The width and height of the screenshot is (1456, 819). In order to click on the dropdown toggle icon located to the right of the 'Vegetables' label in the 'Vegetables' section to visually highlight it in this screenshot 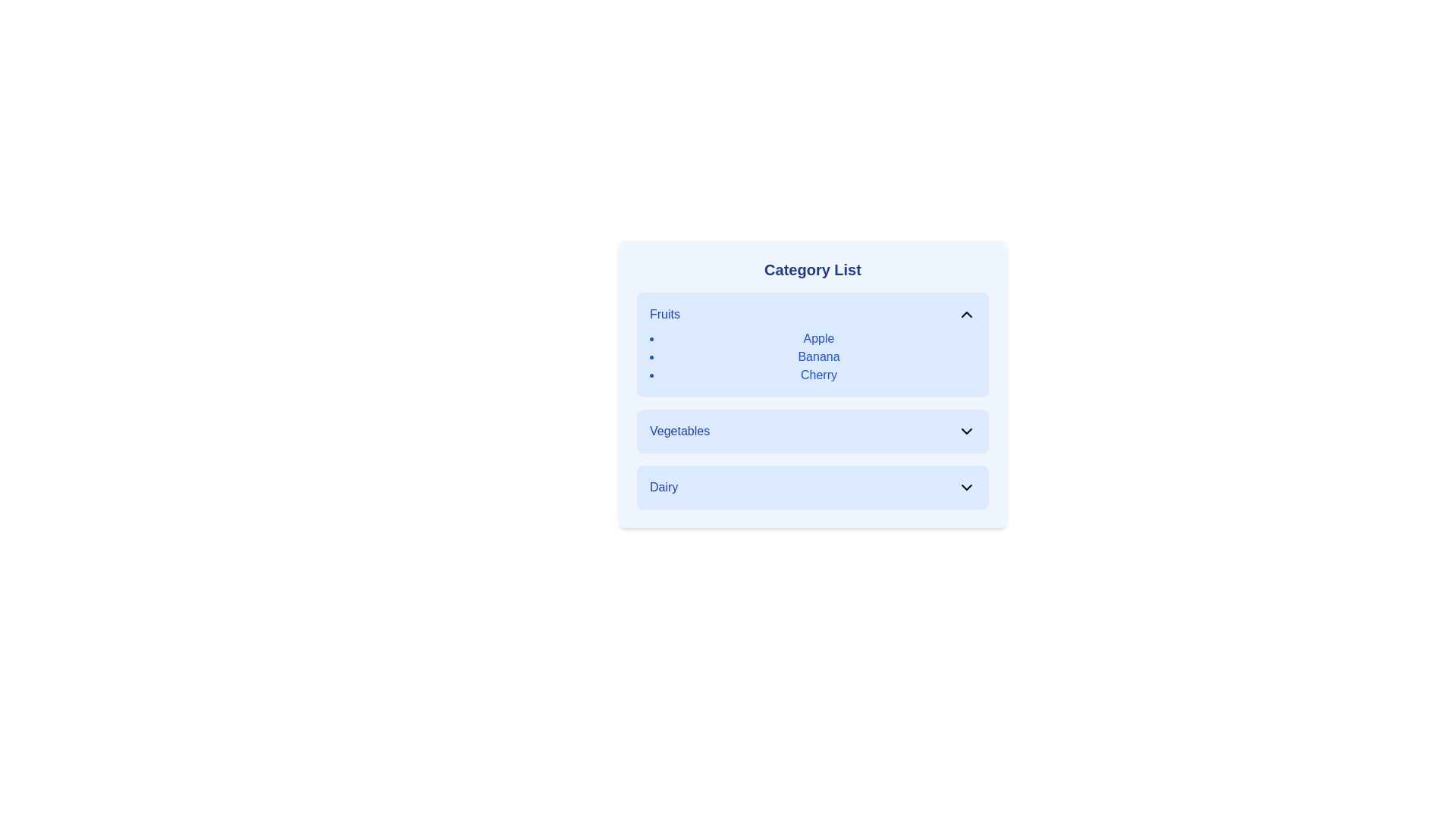, I will do `click(966, 431)`.